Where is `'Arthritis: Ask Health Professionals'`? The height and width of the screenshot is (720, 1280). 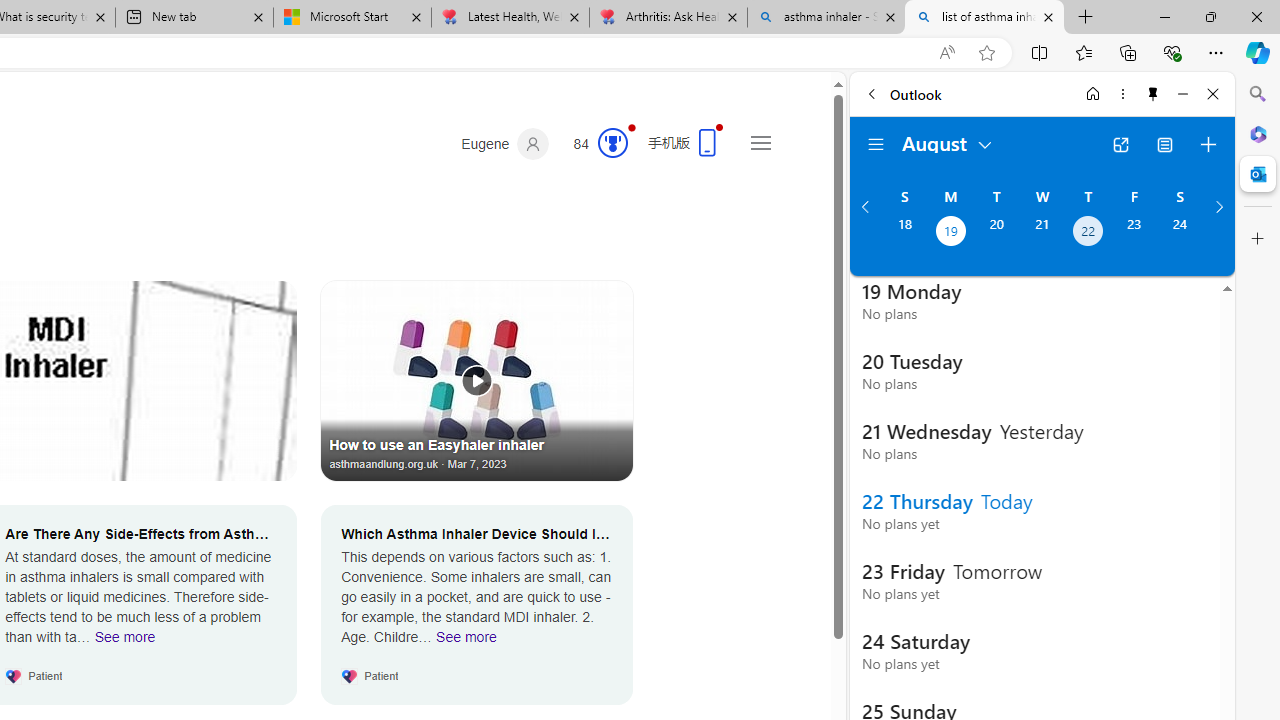 'Arthritis: Ask Health Professionals' is located at coordinates (668, 17).